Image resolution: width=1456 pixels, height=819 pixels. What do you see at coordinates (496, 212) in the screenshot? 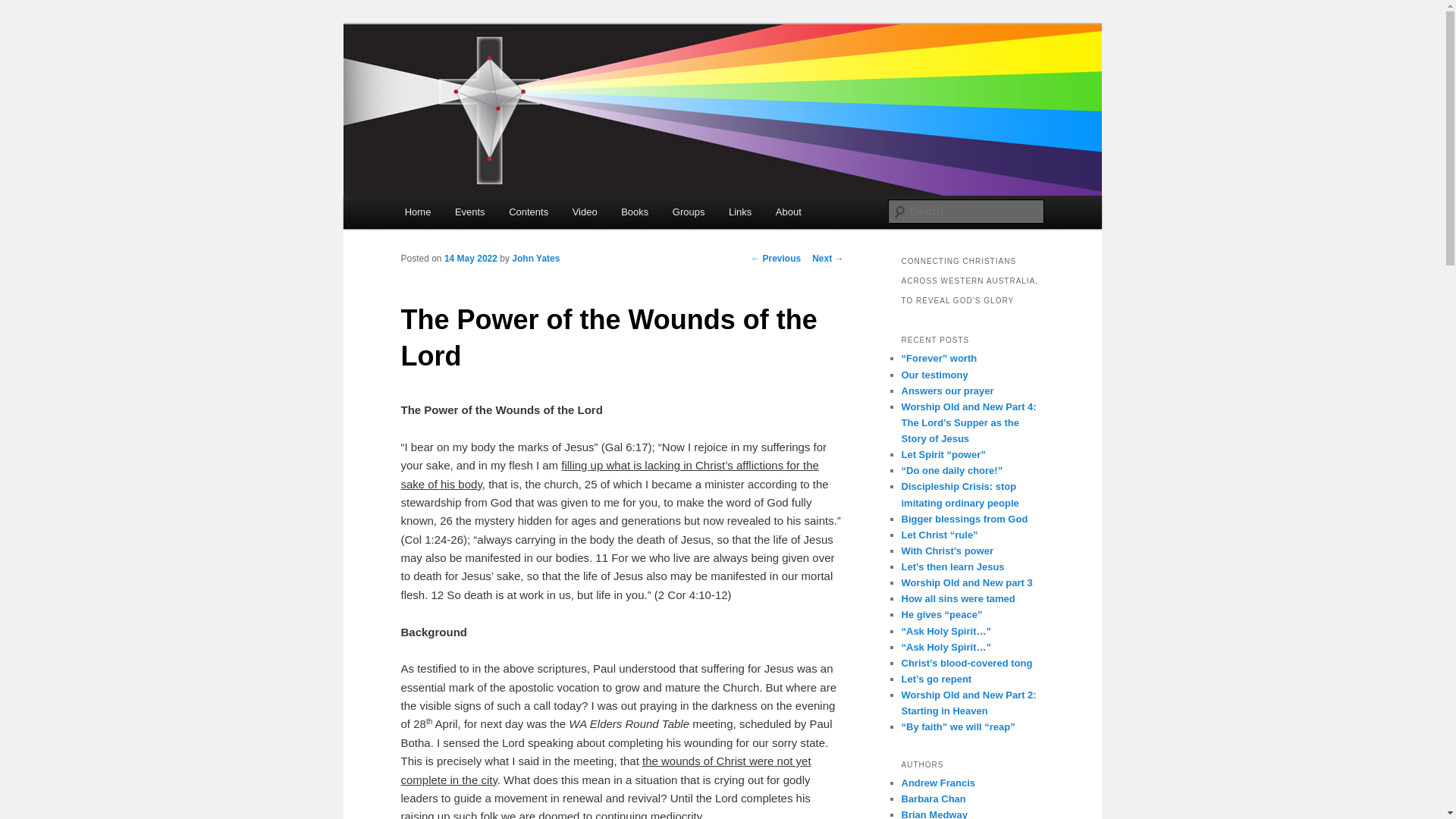
I see `'Contents'` at bounding box center [496, 212].